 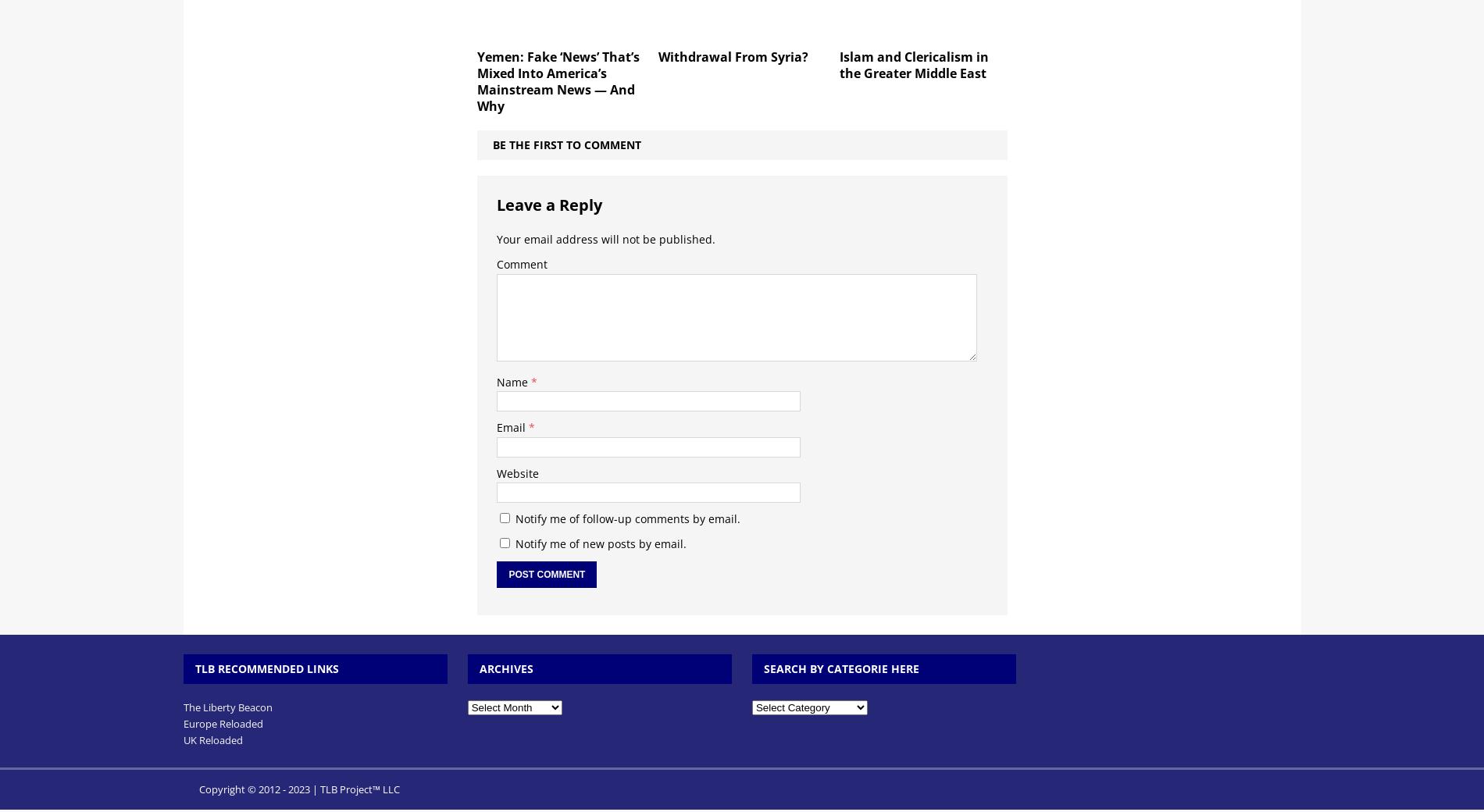 What do you see at coordinates (840, 667) in the screenshot?
I see `'SEARCH BY CATEGORIE HERE'` at bounding box center [840, 667].